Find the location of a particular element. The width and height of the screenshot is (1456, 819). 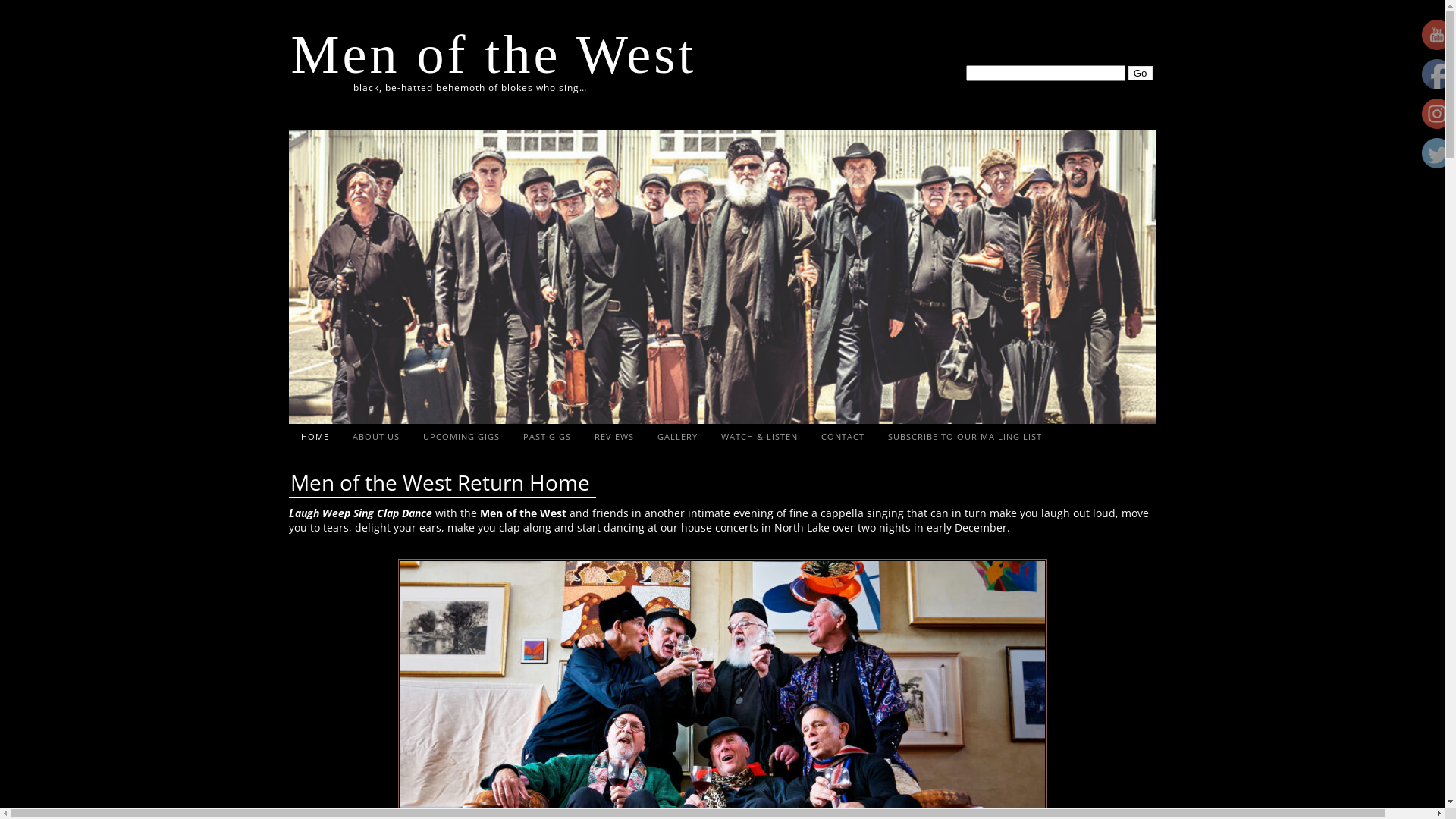

'Men of the West' is located at coordinates (494, 54).